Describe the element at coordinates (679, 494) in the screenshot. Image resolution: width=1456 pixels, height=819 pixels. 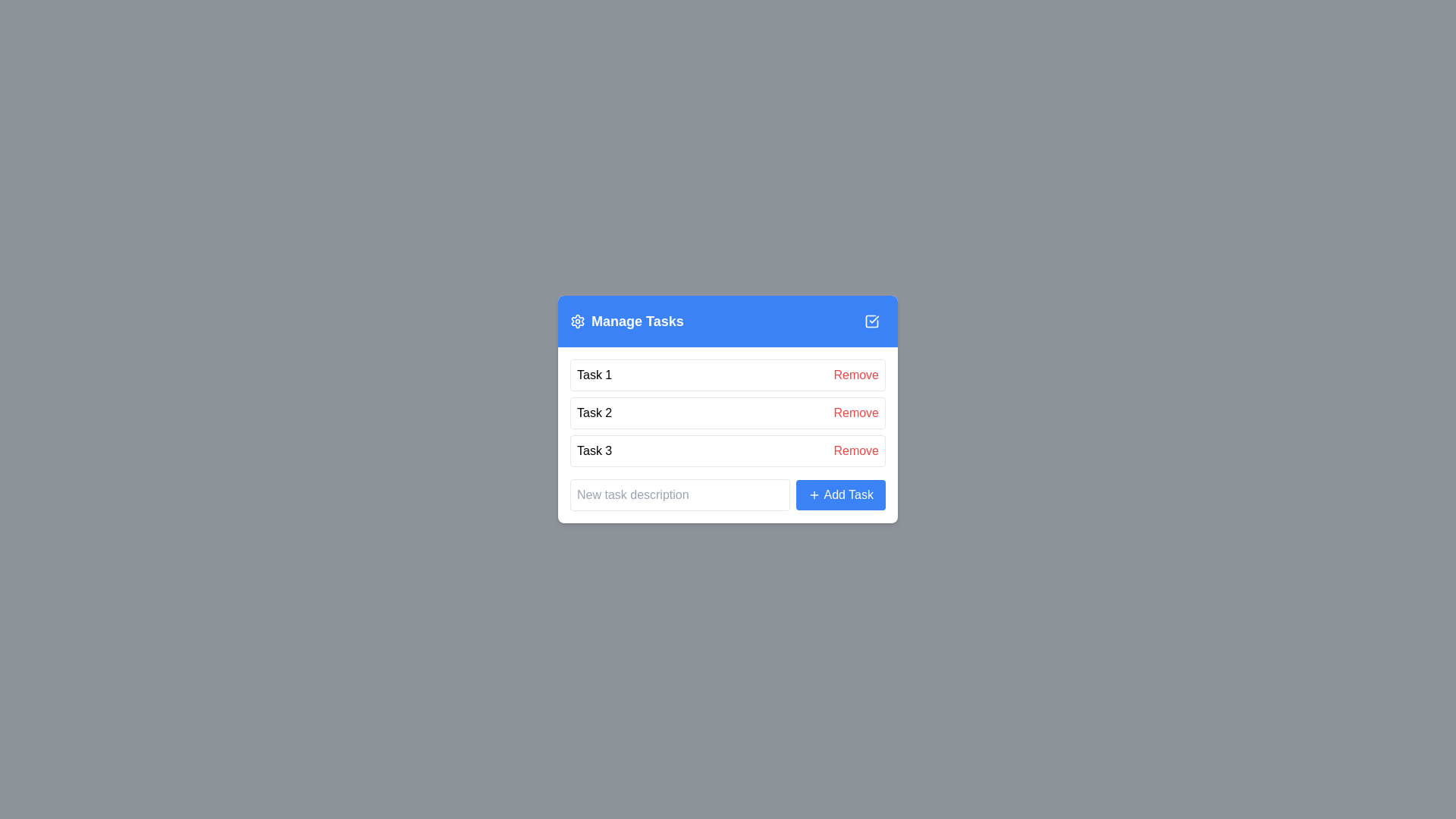
I see `the task input field to focus it` at that location.